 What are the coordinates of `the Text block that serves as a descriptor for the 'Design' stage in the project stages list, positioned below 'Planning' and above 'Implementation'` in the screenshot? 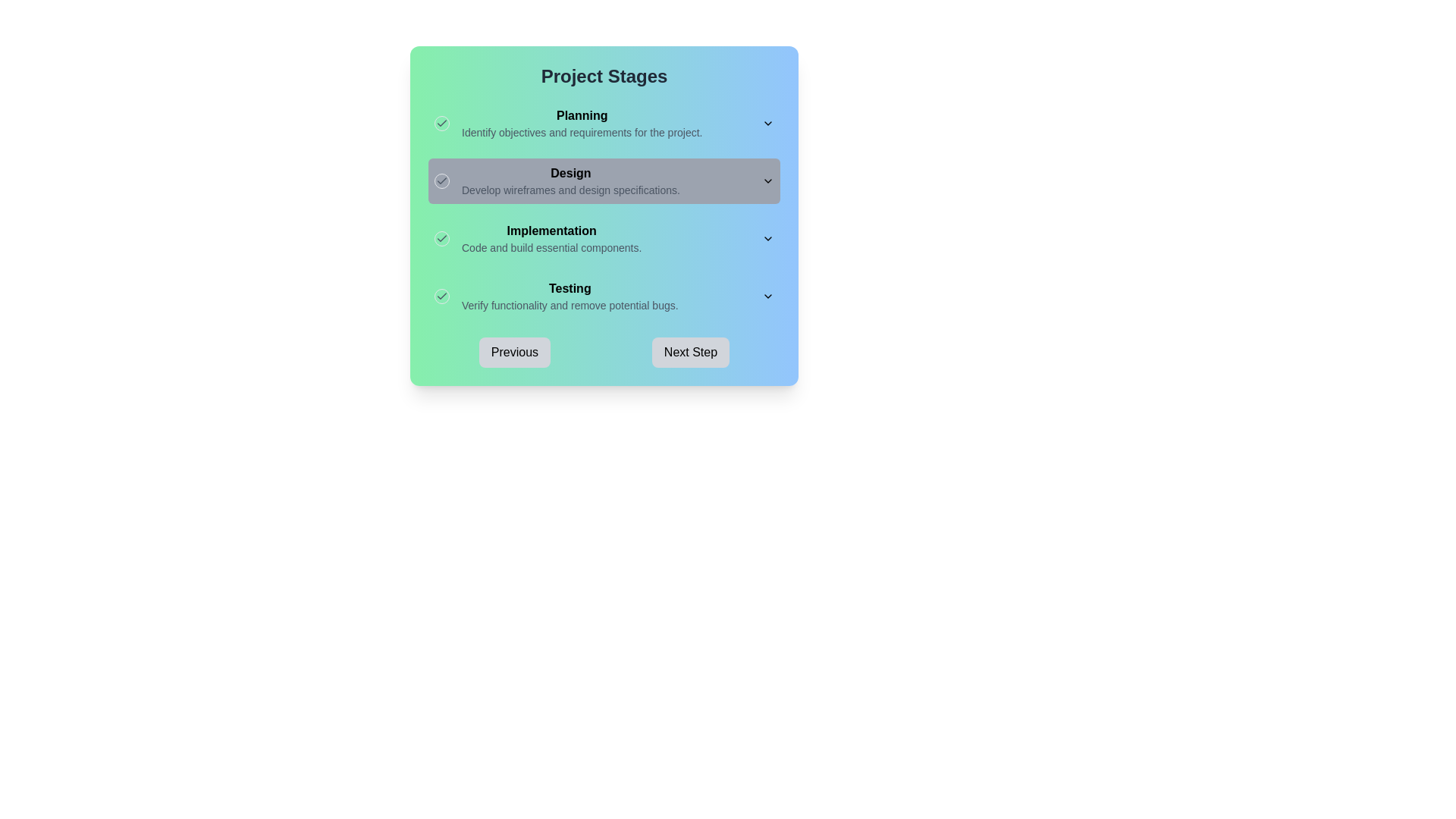 It's located at (570, 180).